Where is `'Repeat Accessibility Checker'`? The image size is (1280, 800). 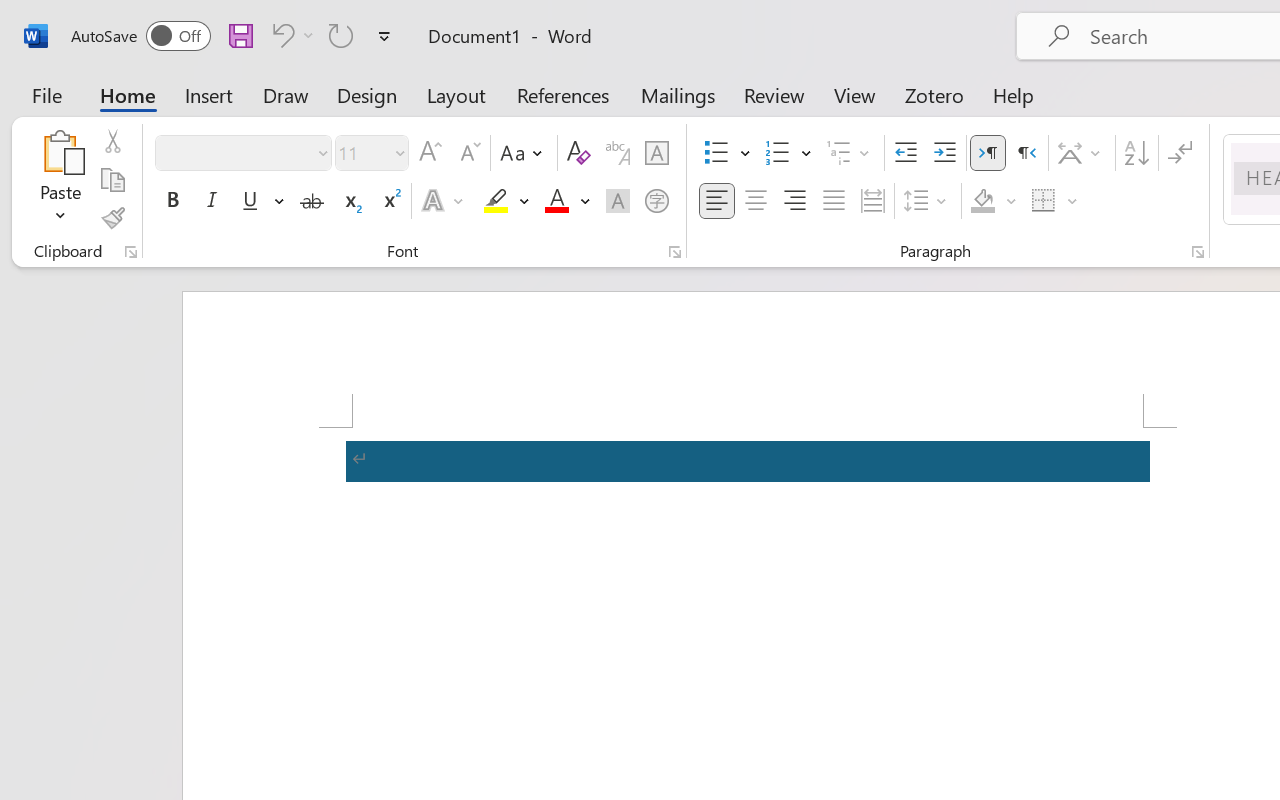 'Repeat Accessibility Checker' is located at coordinates (341, 34).